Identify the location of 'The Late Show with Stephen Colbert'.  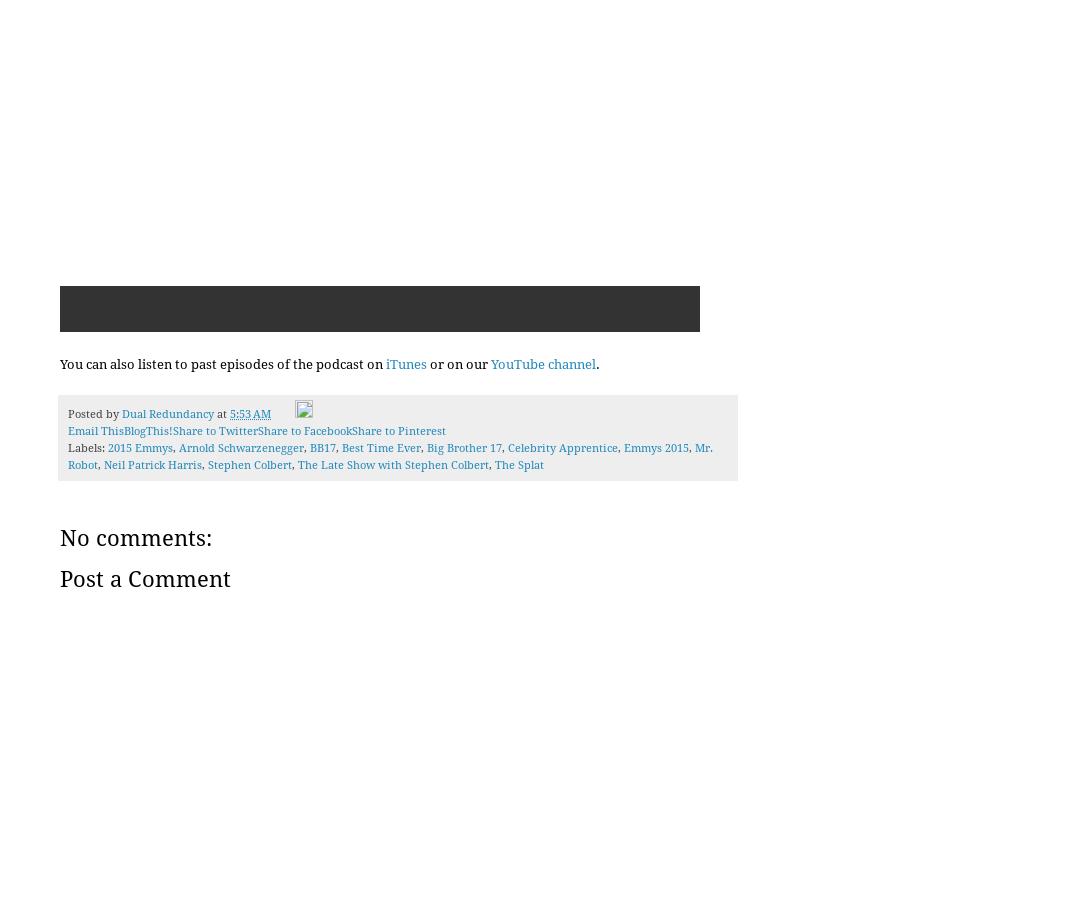
(393, 465).